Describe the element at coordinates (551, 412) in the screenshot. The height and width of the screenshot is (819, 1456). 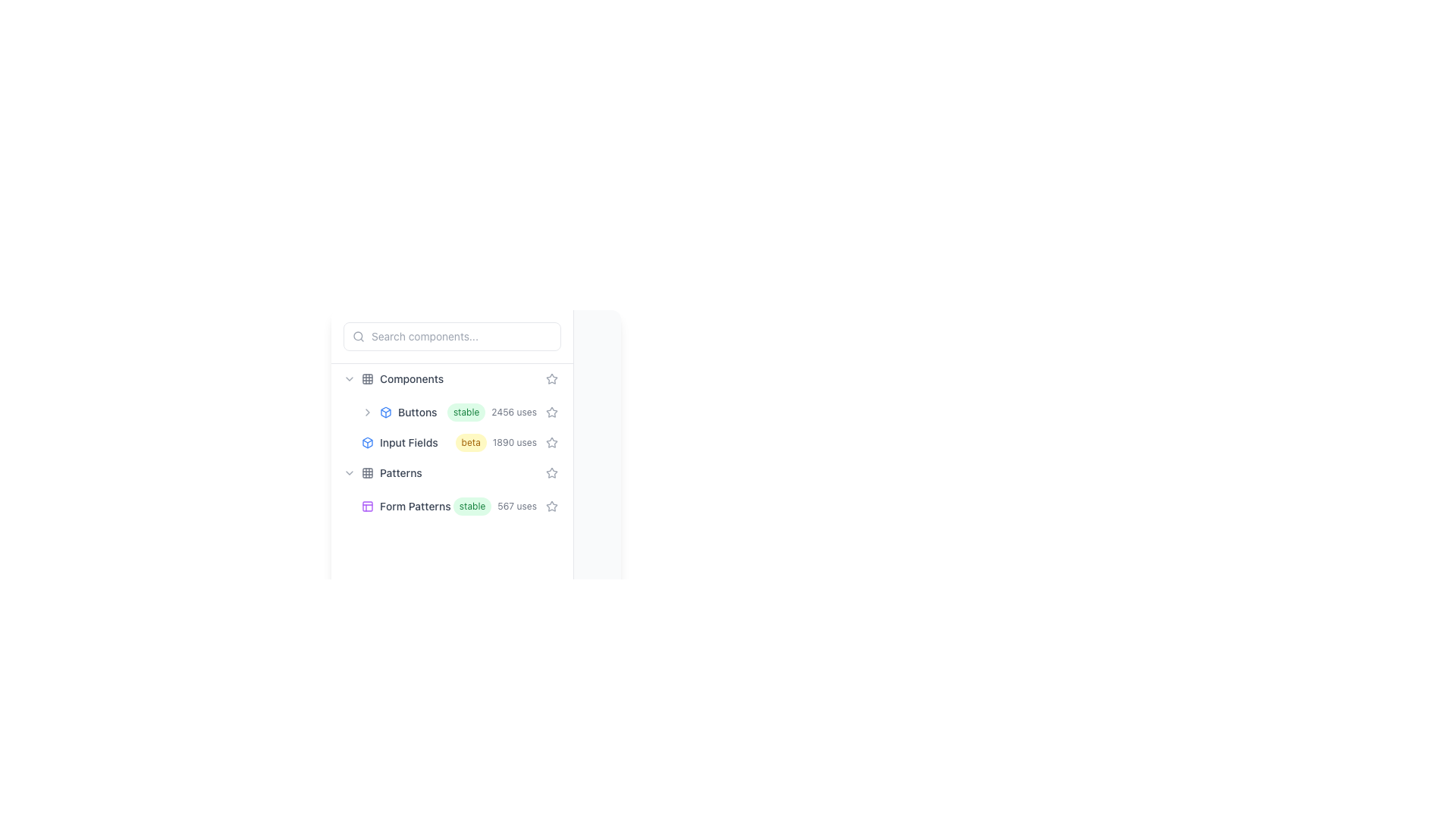
I see `the outlined star icon located in the middle-right of the 'Buttons' list item in the left menu panel` at that location.